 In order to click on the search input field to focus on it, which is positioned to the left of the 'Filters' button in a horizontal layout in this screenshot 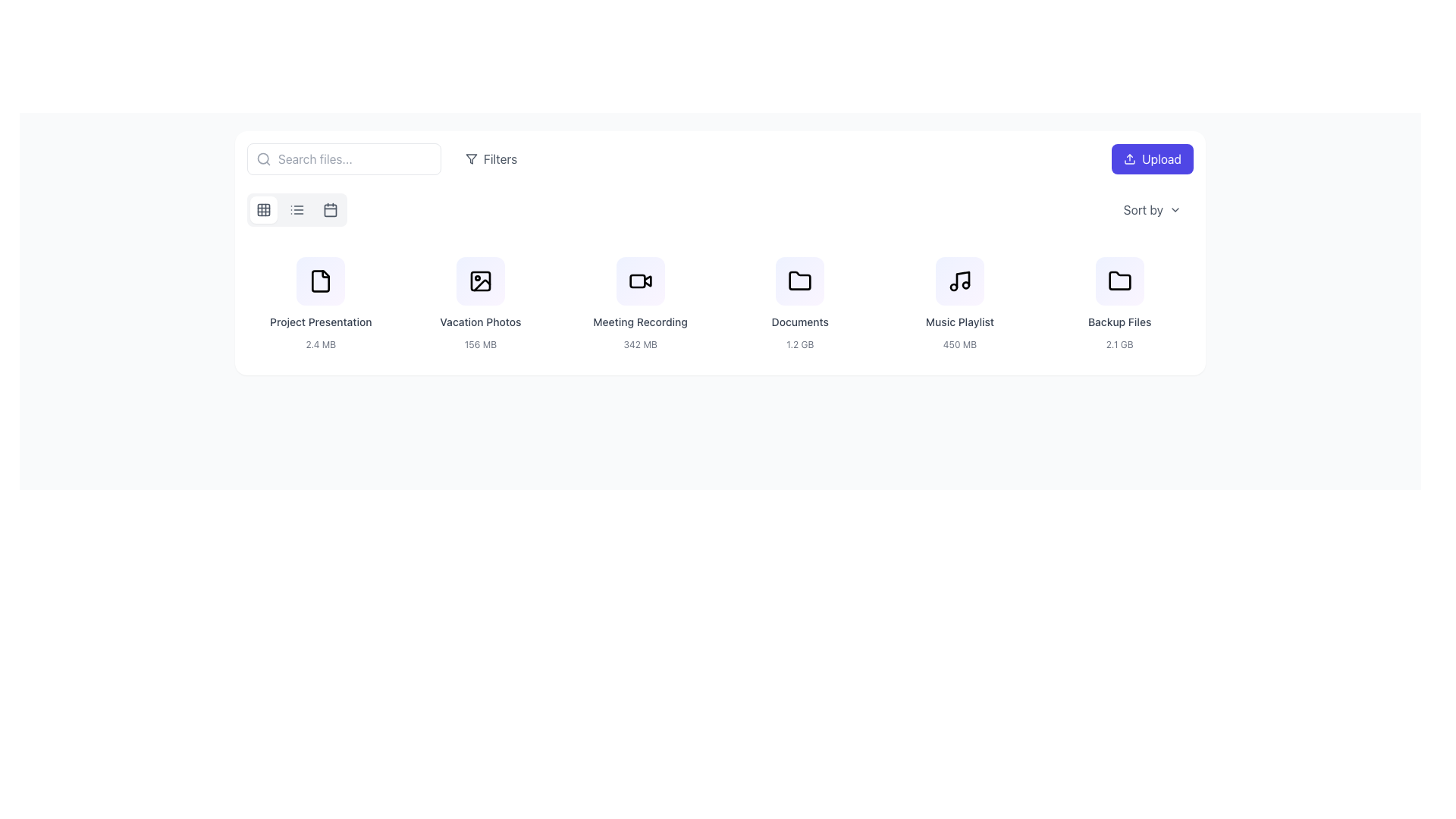, I will do `click(344, 158)`.